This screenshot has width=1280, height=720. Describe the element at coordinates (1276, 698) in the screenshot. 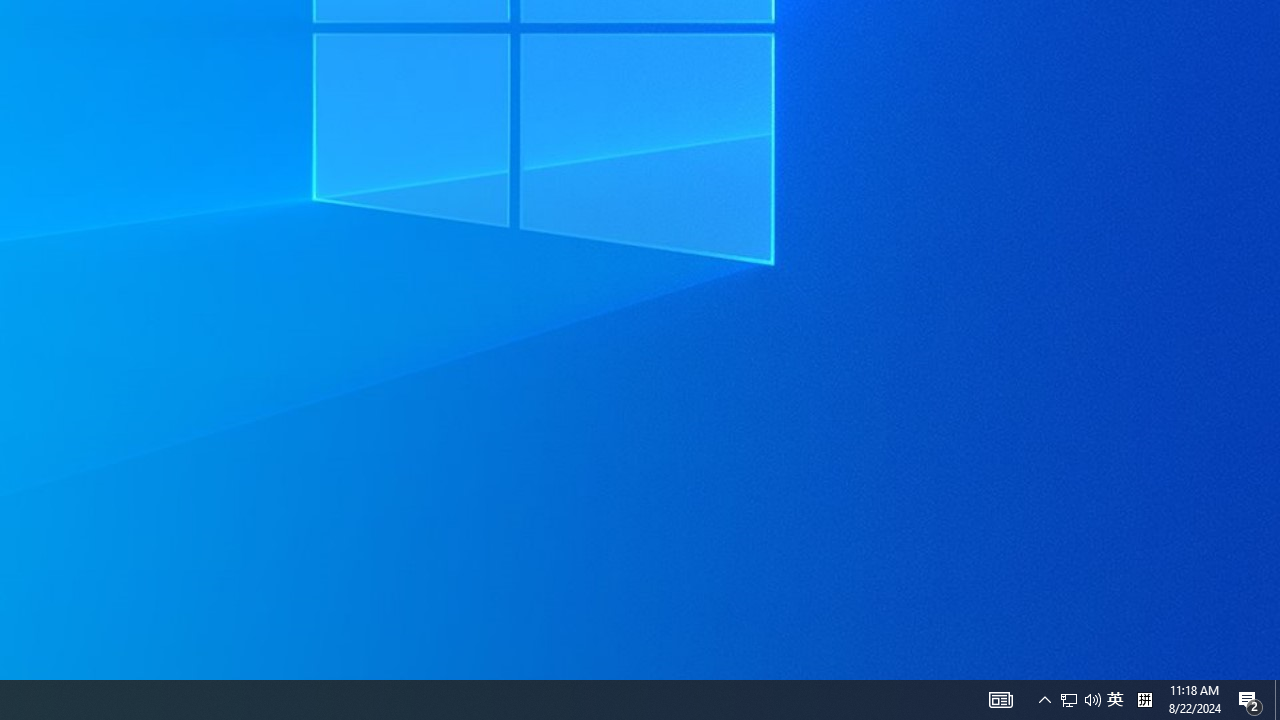

I see `'Show desktop'` at that location.